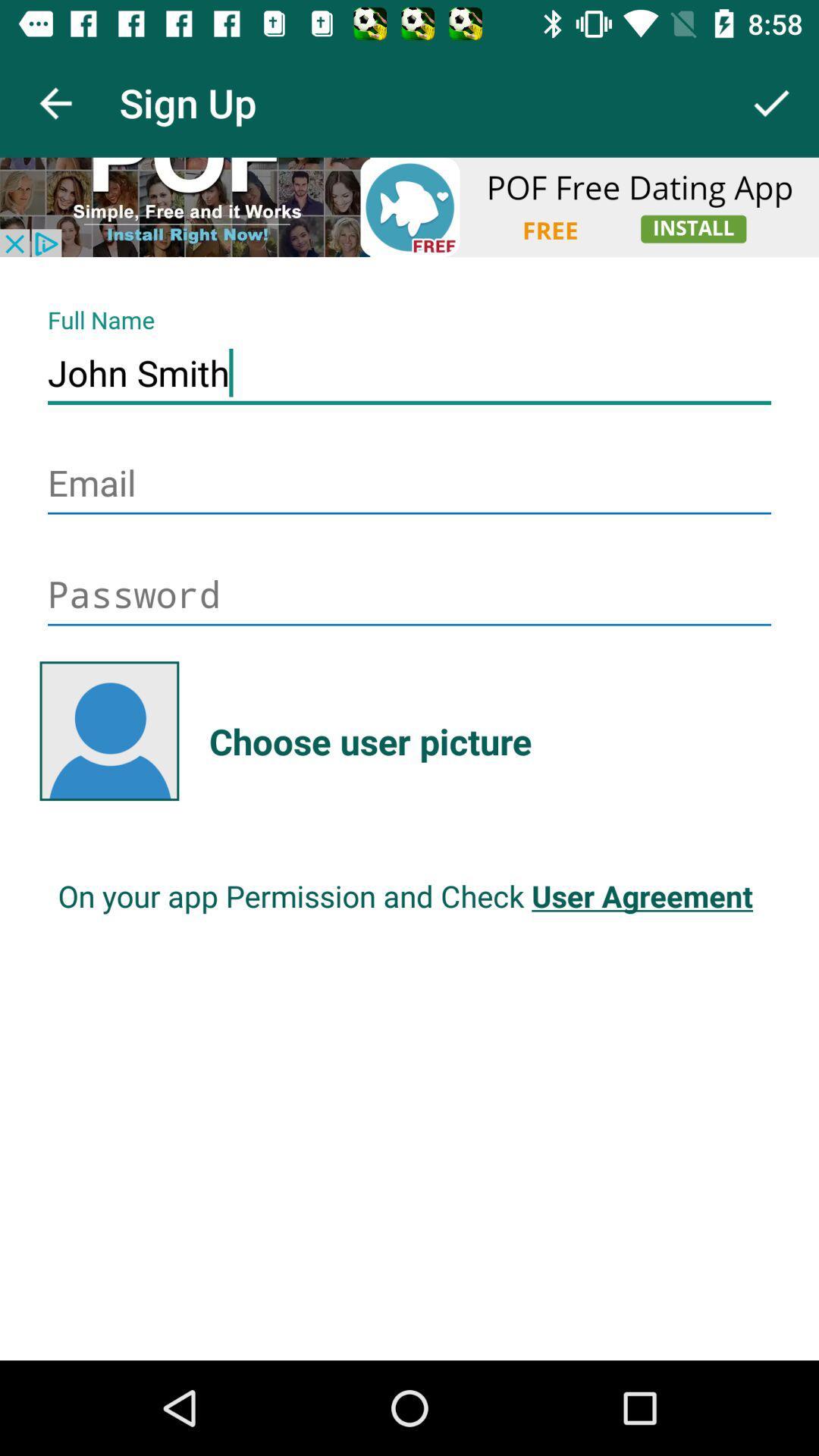  What do you see at coordinates (409, 484) in the screenshot?
I see `email address` at bounding box center [409, 484].